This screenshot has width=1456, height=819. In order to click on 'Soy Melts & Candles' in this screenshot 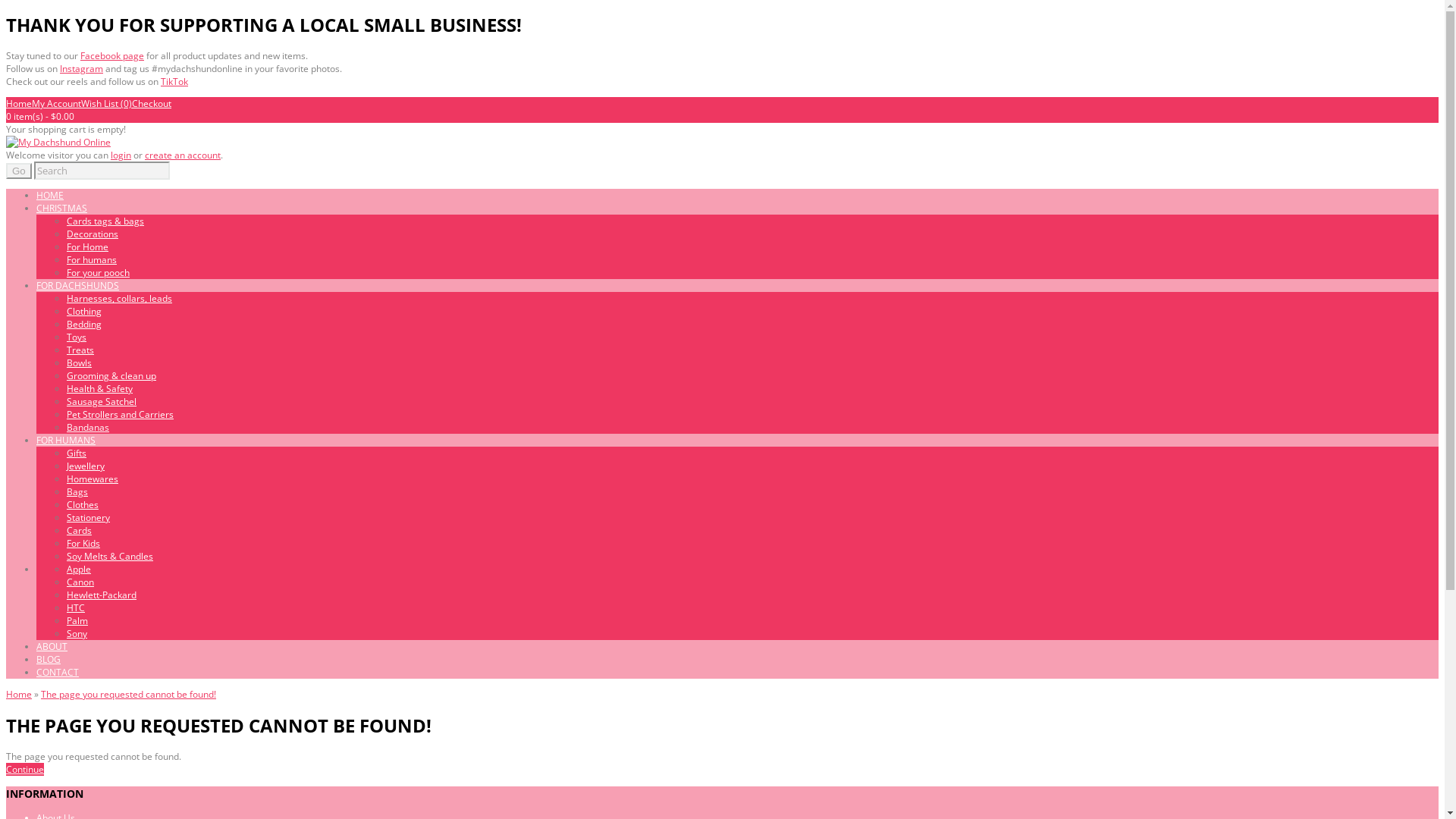, I will do `click(108, 556)`.